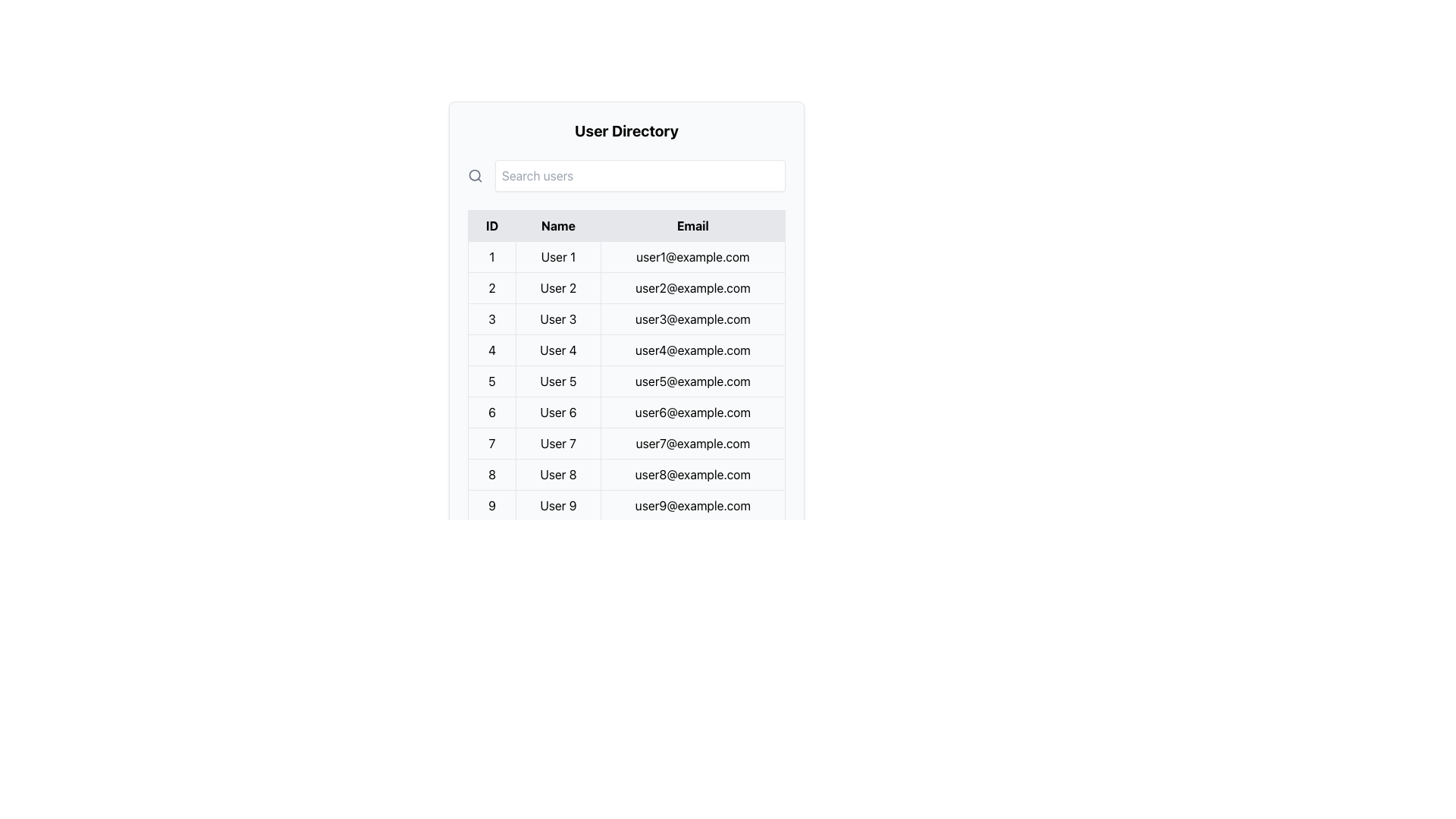  I want to click on the Text label in the fifth row of the table under the 'Name' column, which represents the name of an entity, located between ID '5' and the email 'user5@example.com', so click(557, 380).